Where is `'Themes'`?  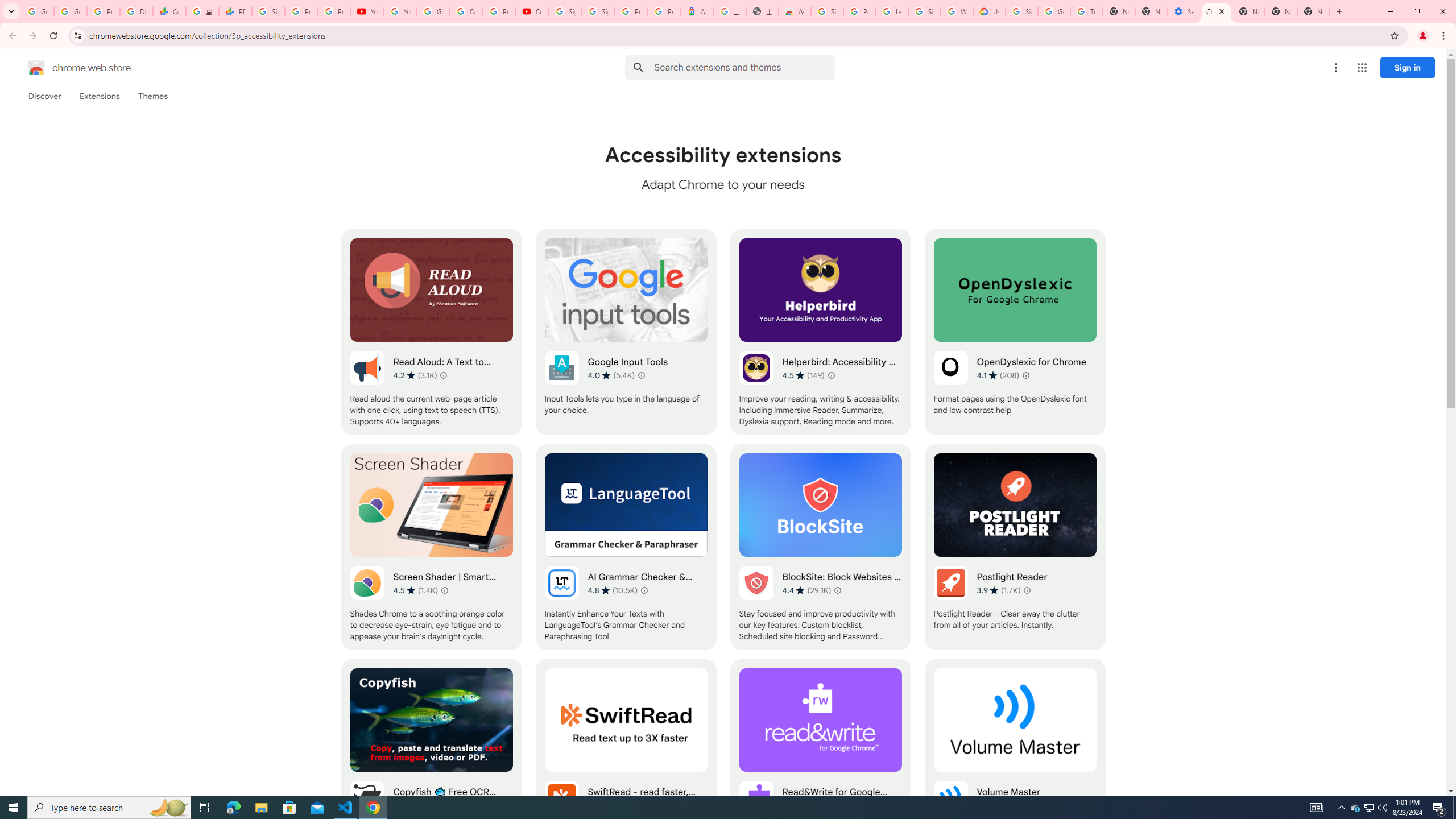 'Themes' is located at coordinates (152, 96).